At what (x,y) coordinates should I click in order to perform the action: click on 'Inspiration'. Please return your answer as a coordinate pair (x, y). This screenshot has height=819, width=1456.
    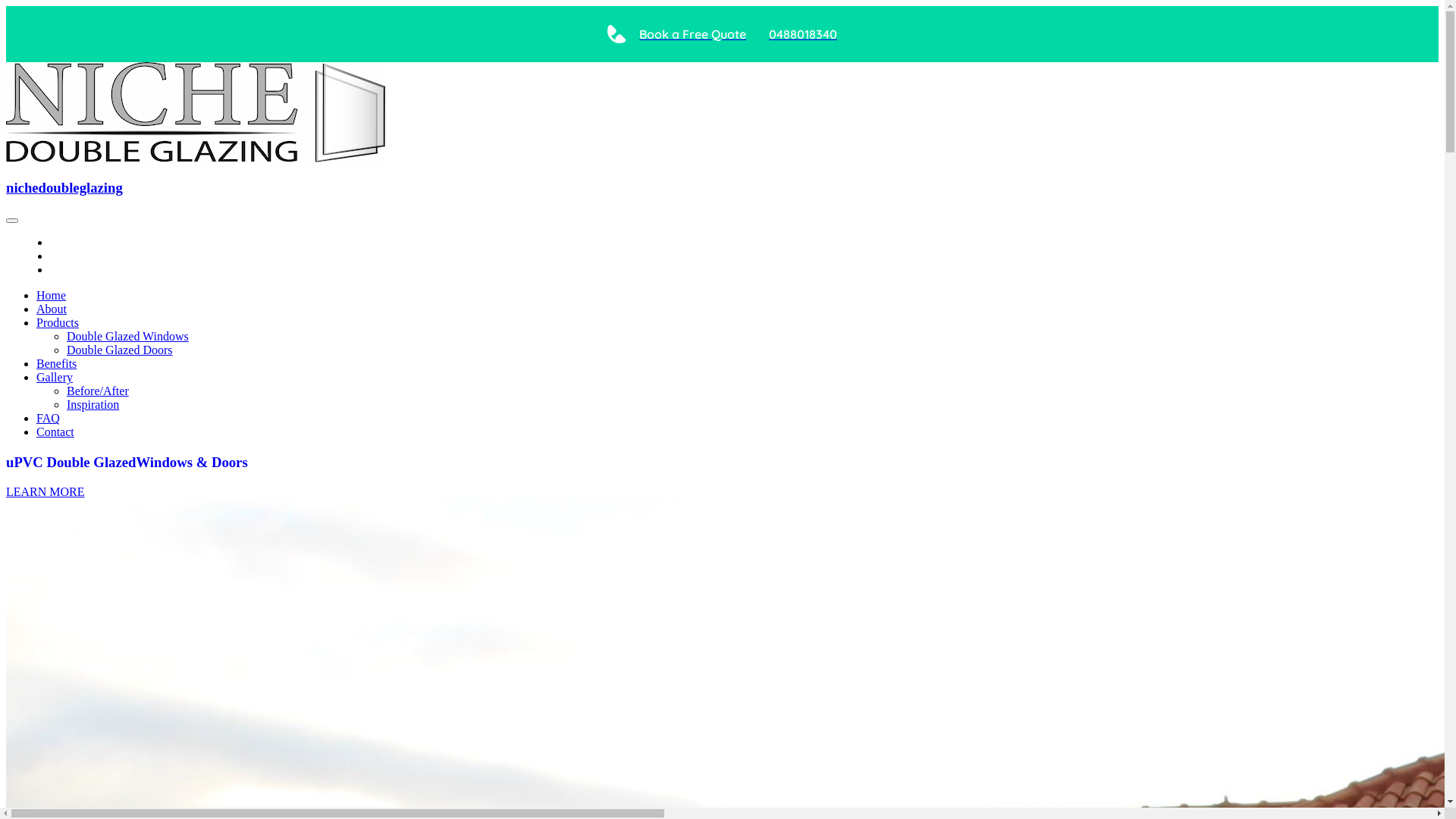
    Looking at the image, I should click on (65, 403).